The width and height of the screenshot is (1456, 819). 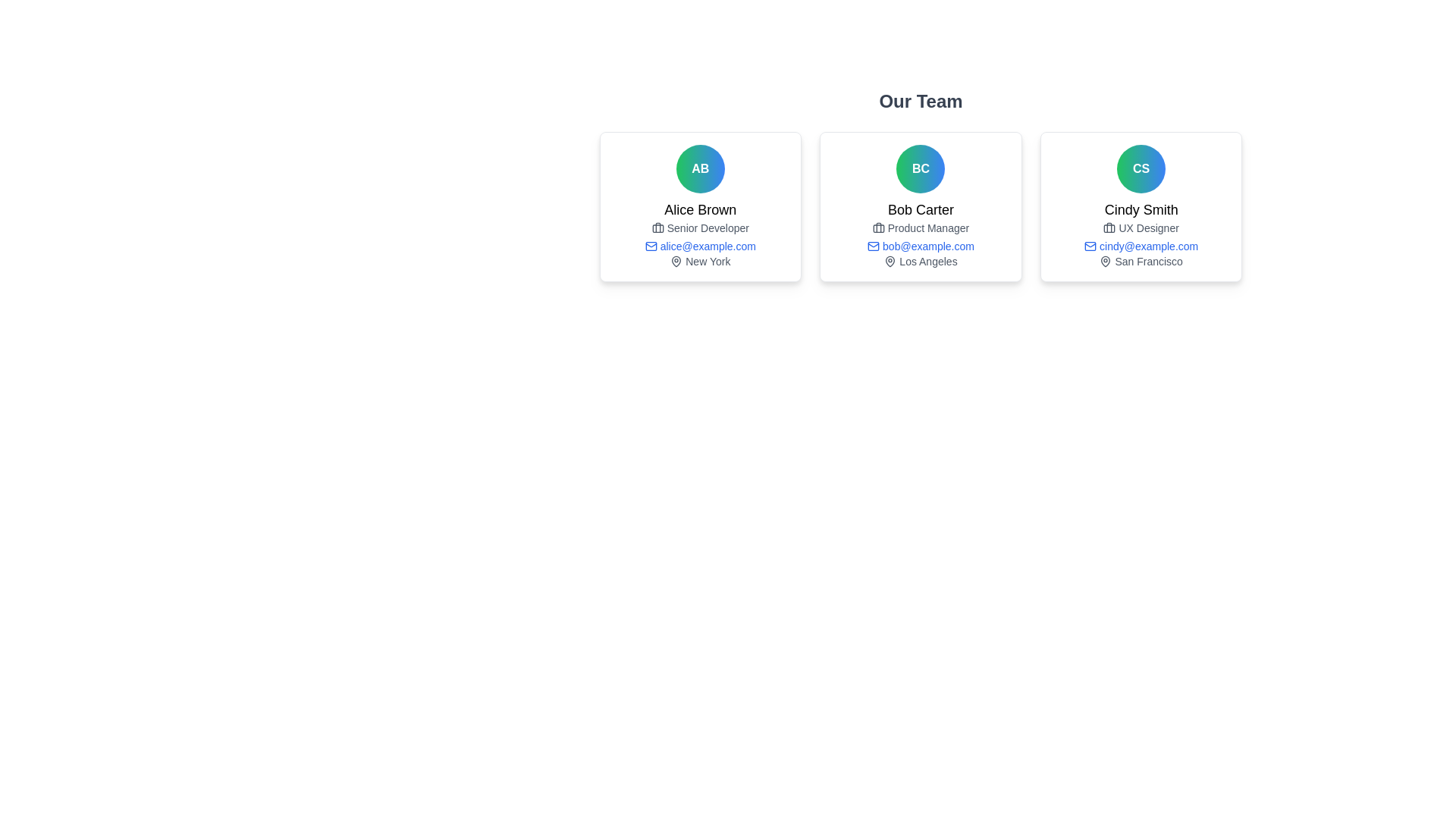 I want to click on the mail icon located in the second user card of the 'Our Team' section, which is positioned before the email 'bob@example.com', so click(x=874, y=245).